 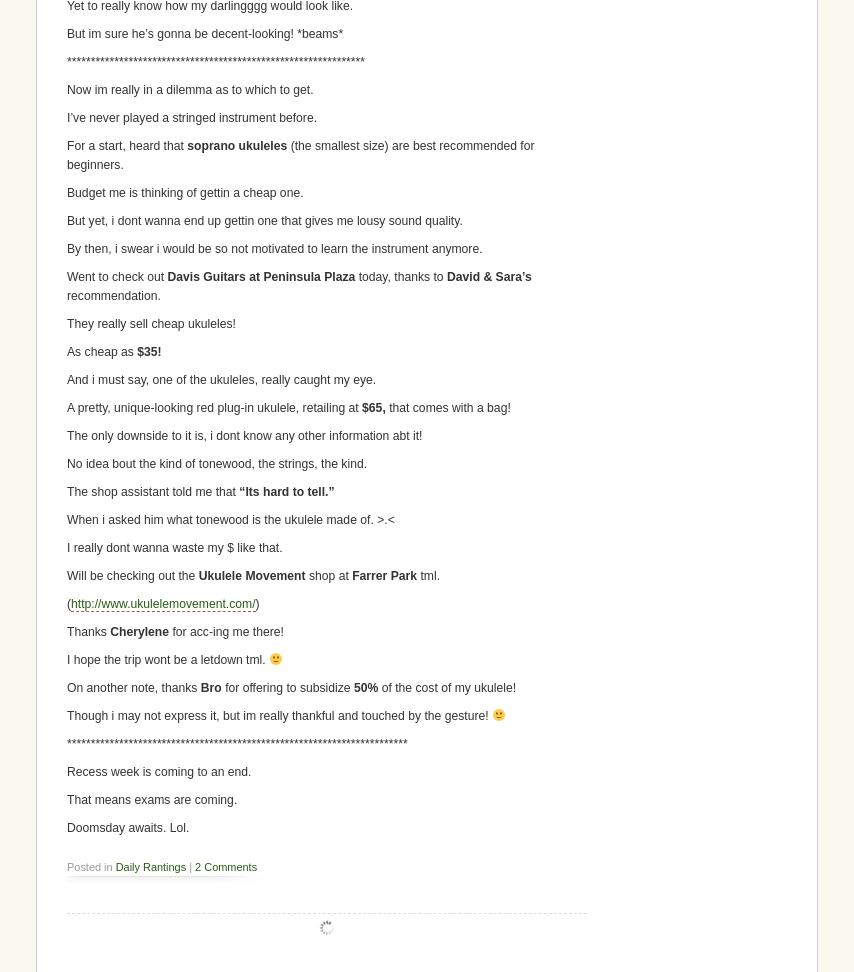 What do you see at coordinates (236, 742) in the screenshot?
I see `'************************************************************************'` at bounding box center [236, 742].